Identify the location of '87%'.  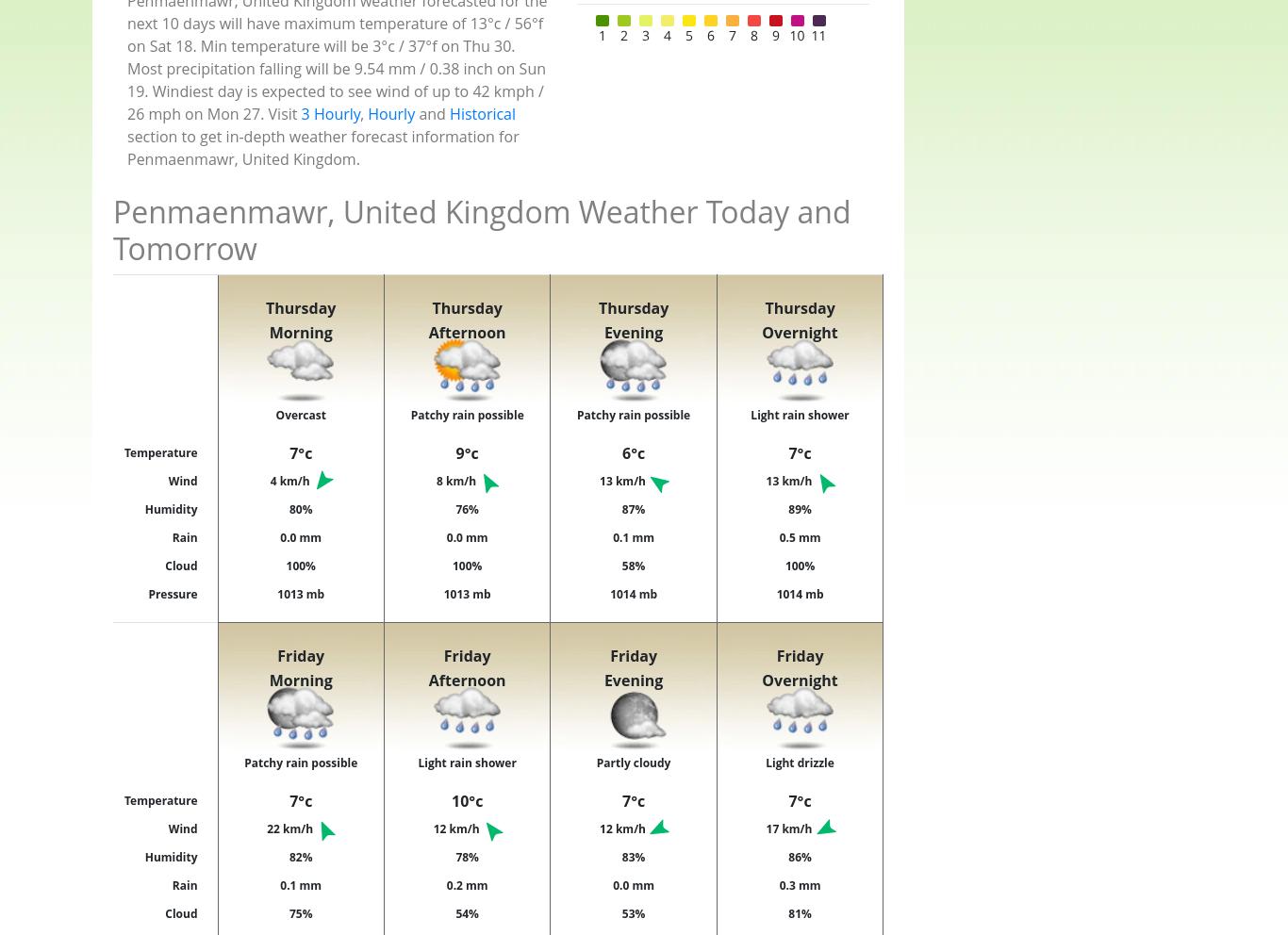
(632, 508).